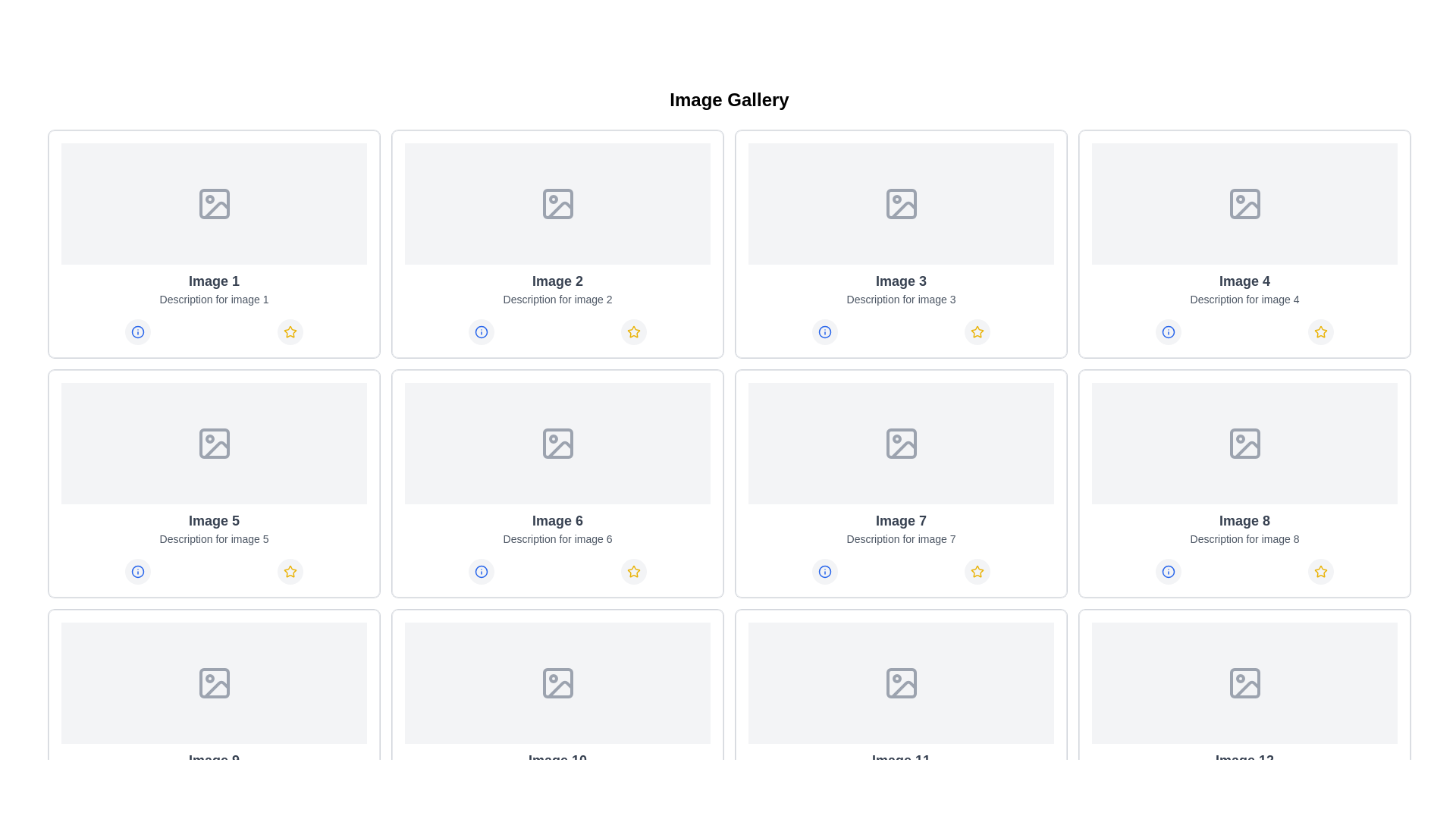  Describe the element at coordinates (977, 331) in the screenshot. I see `the 'favorite' button located below the card labeled 'Image 3' in the third column of the first row of the image gallery` at that location.